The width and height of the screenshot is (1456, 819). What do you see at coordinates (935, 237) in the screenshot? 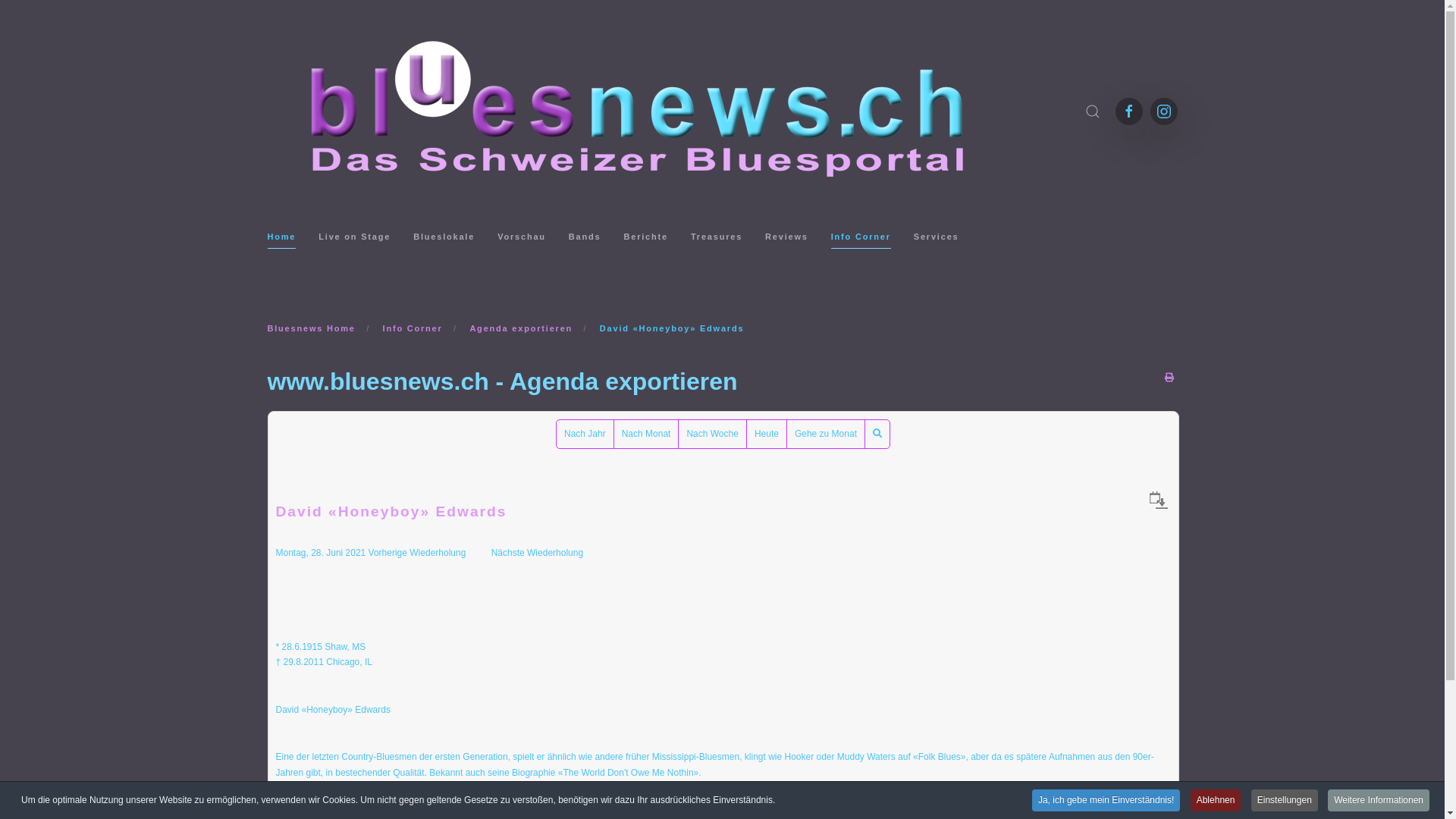
I see `'Services'` at bounding box center [935, 237].